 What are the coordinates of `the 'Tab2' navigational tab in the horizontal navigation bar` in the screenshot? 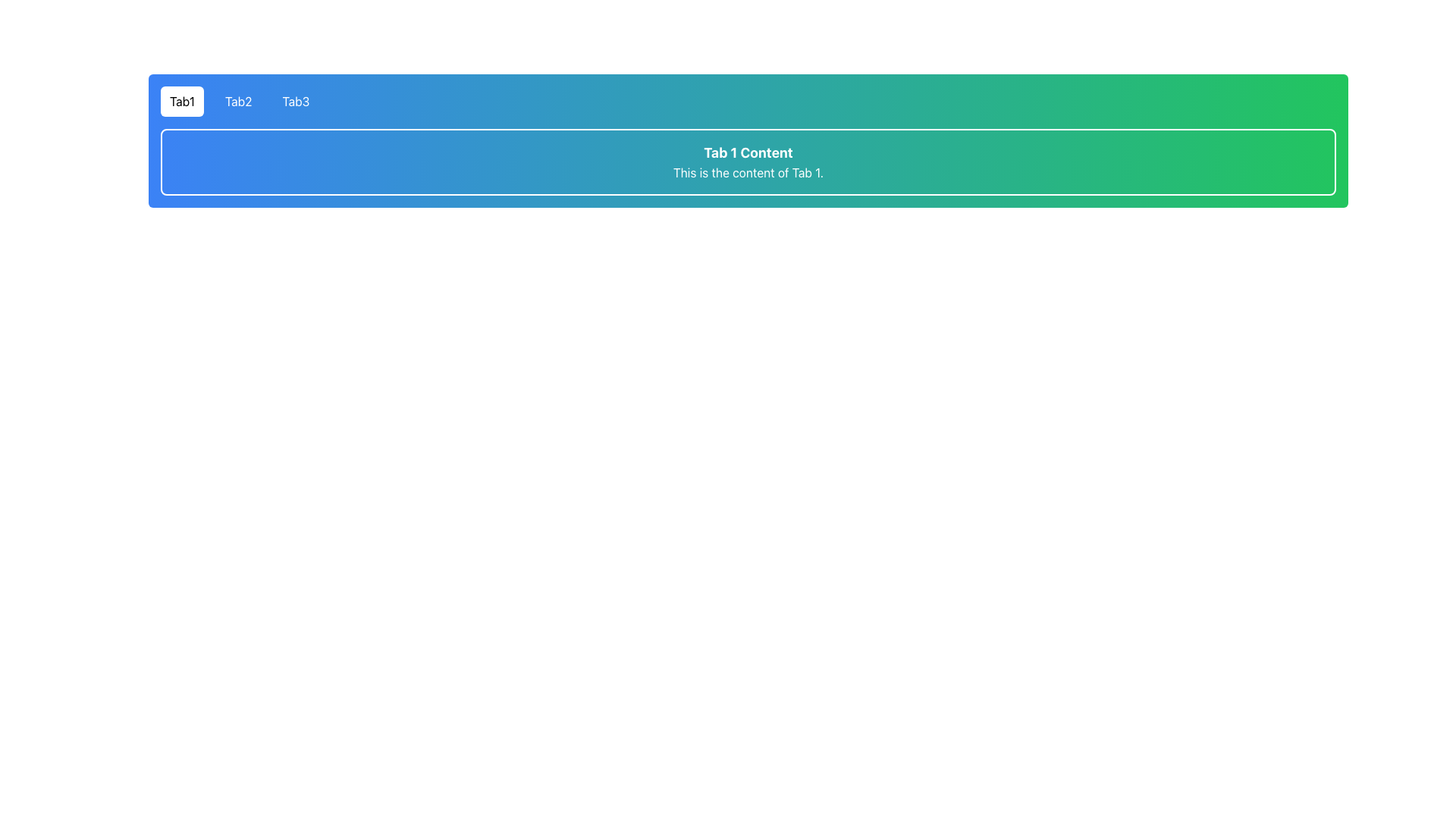 It's located at (237, 102).